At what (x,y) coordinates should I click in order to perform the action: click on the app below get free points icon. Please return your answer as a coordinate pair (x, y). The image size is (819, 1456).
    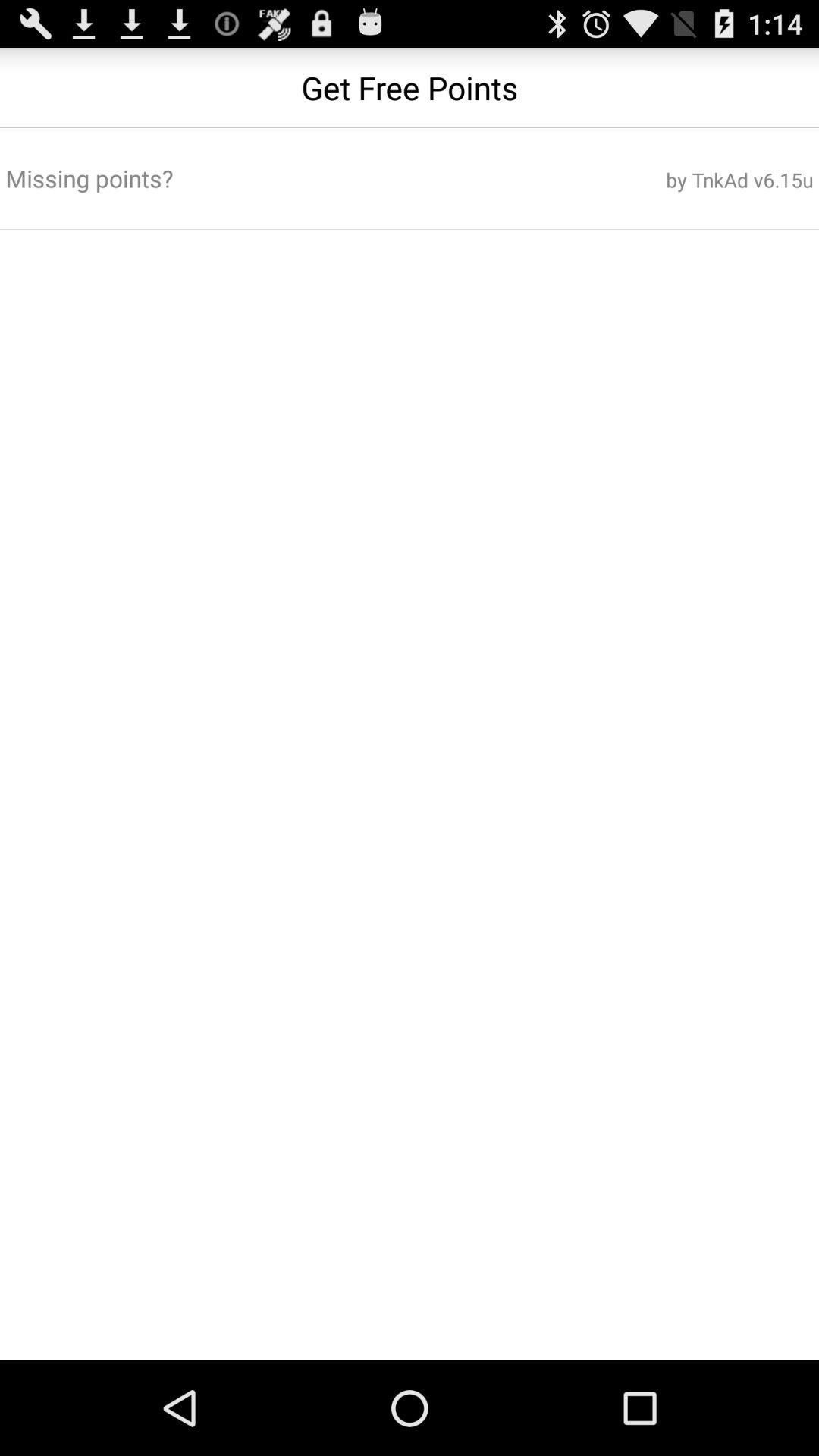
    Looking at the image, I should click on (274, 178).